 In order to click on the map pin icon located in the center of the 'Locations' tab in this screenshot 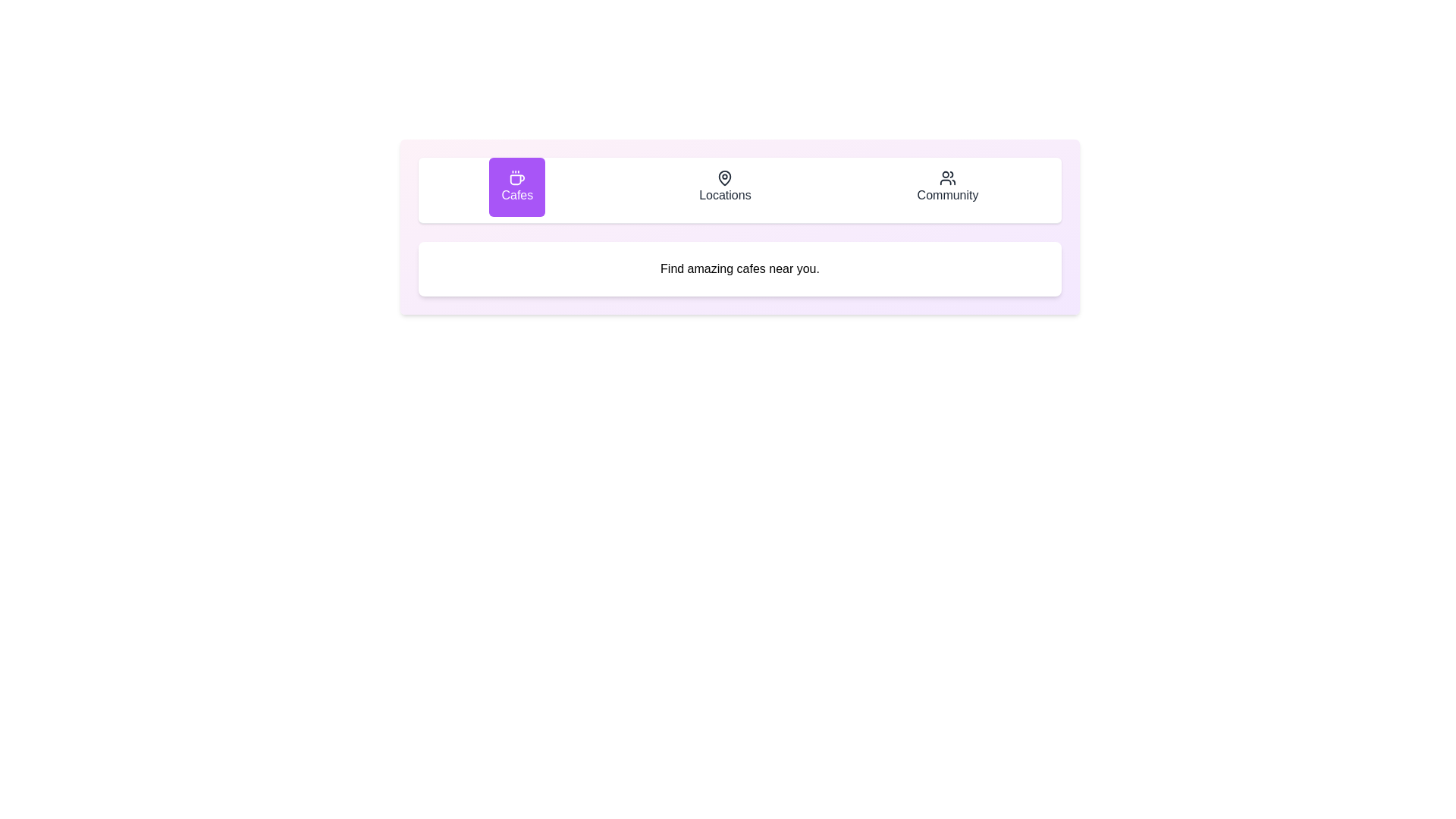, I will do `click(724, 177)`.